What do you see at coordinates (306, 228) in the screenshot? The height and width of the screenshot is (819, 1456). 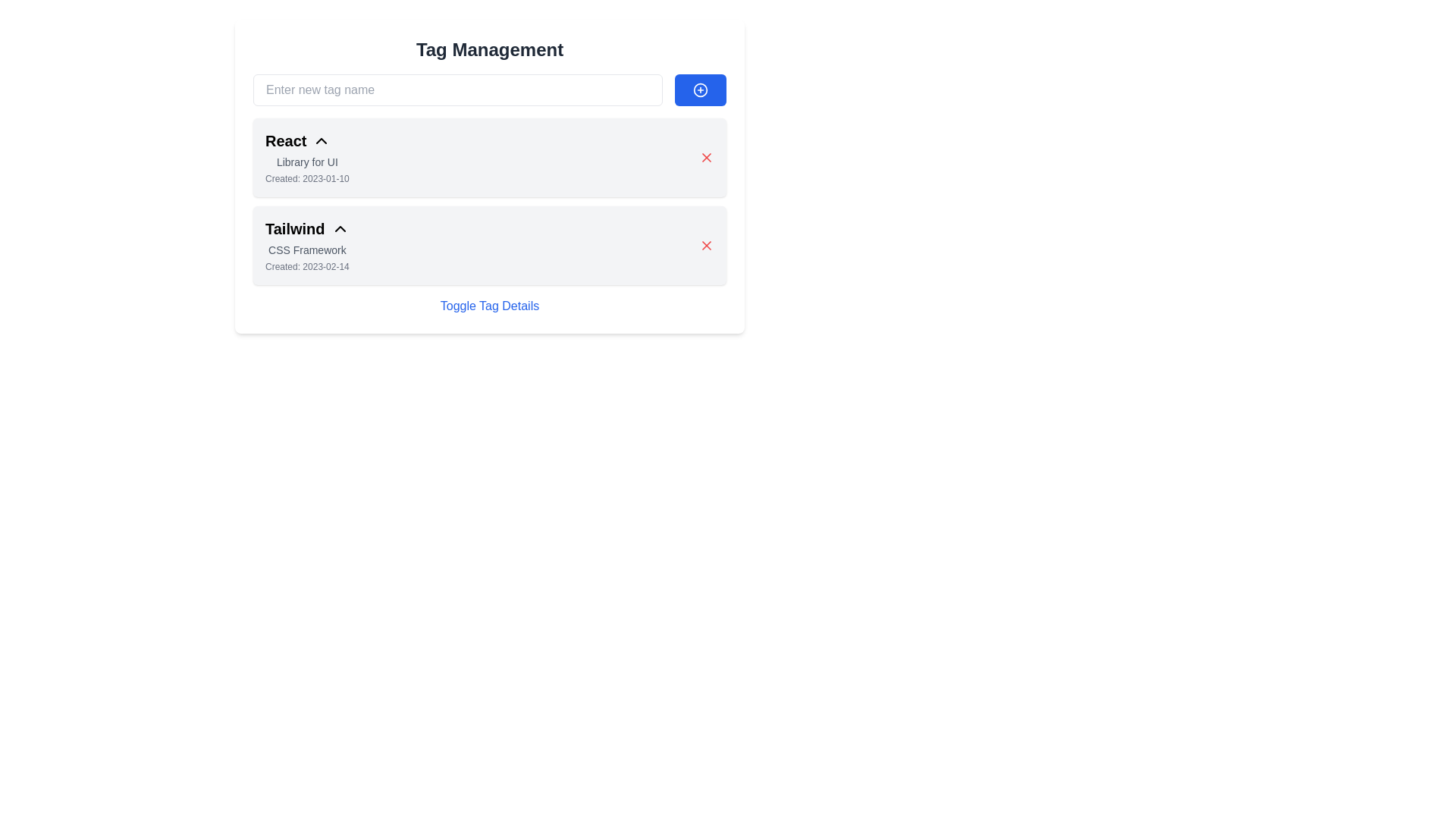 I see `the Text Header that serves as the title for the 'Tailwind' framework, located below the 'React' section` at bounding box center [306, 228].